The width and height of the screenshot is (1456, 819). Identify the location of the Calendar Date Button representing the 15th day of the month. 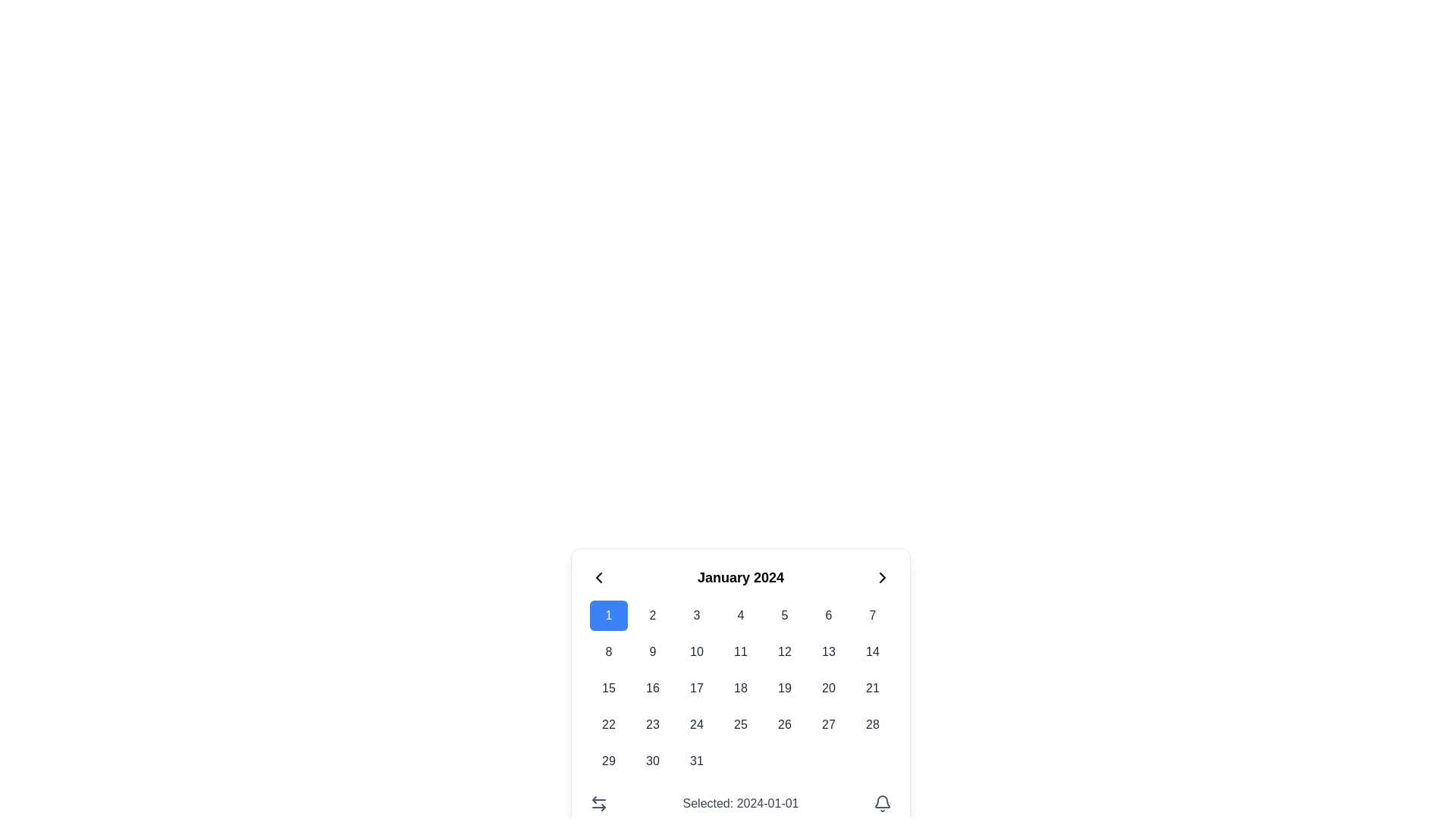
(608, 688).